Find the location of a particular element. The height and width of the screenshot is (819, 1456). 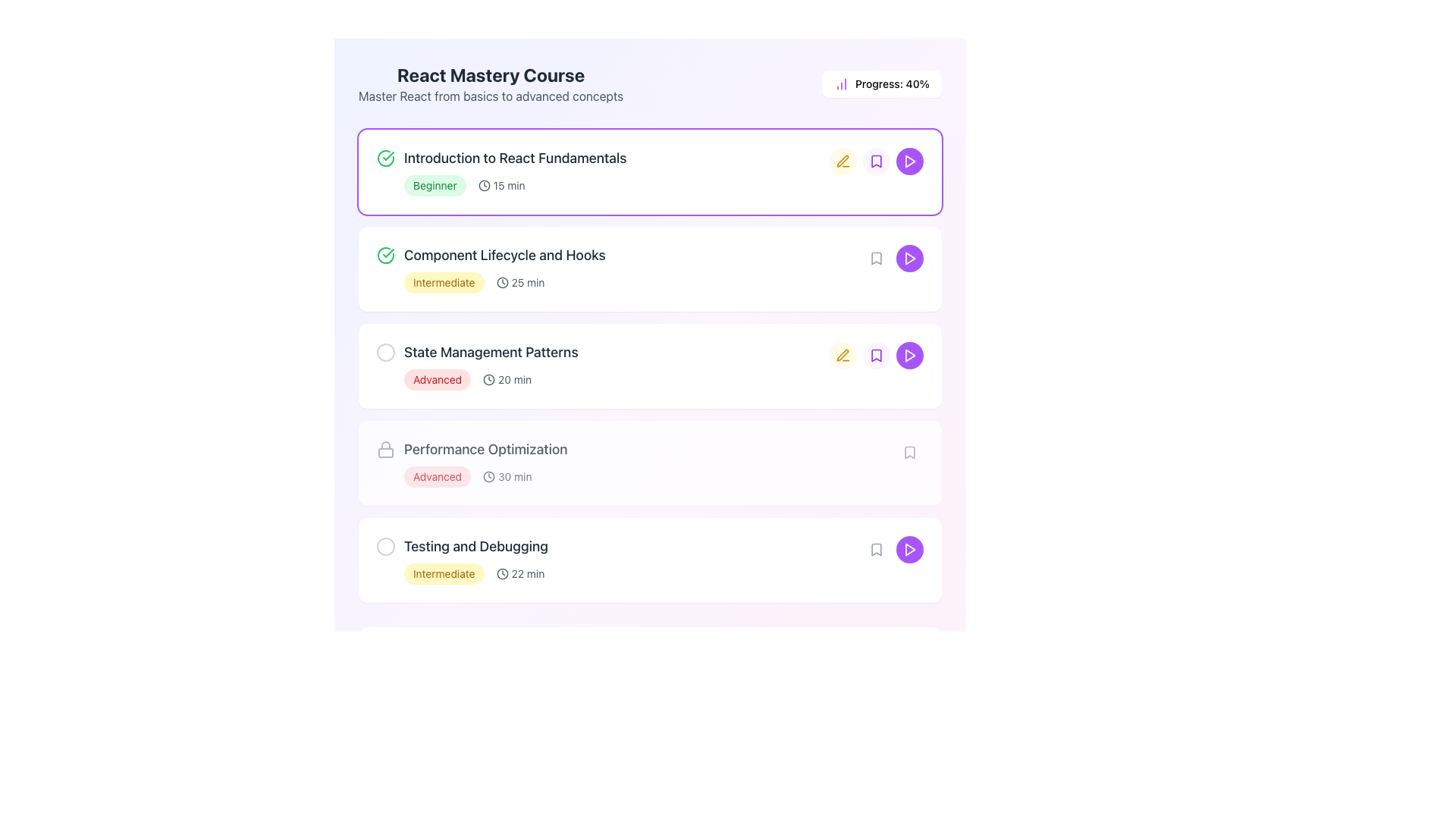

the icon representing the time required for the course section, located to the left of the '30 min' text label in the 'Performance Optimization' section of the course list is located at coordinates (489, 475).